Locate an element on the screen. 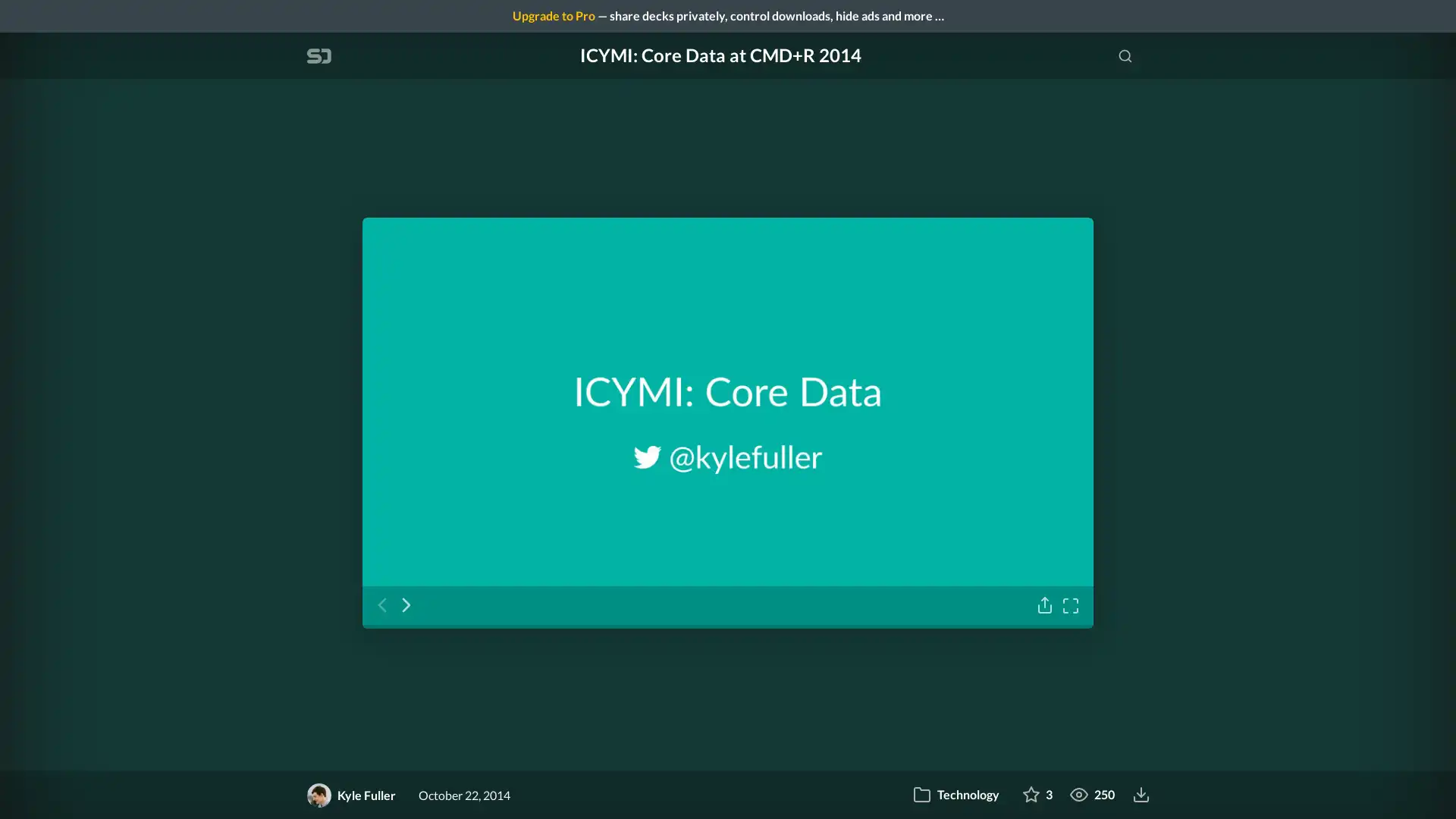 The width and height of the screenshot is (1456, 819). Toggle Search is located at coordinates (1125, 55).